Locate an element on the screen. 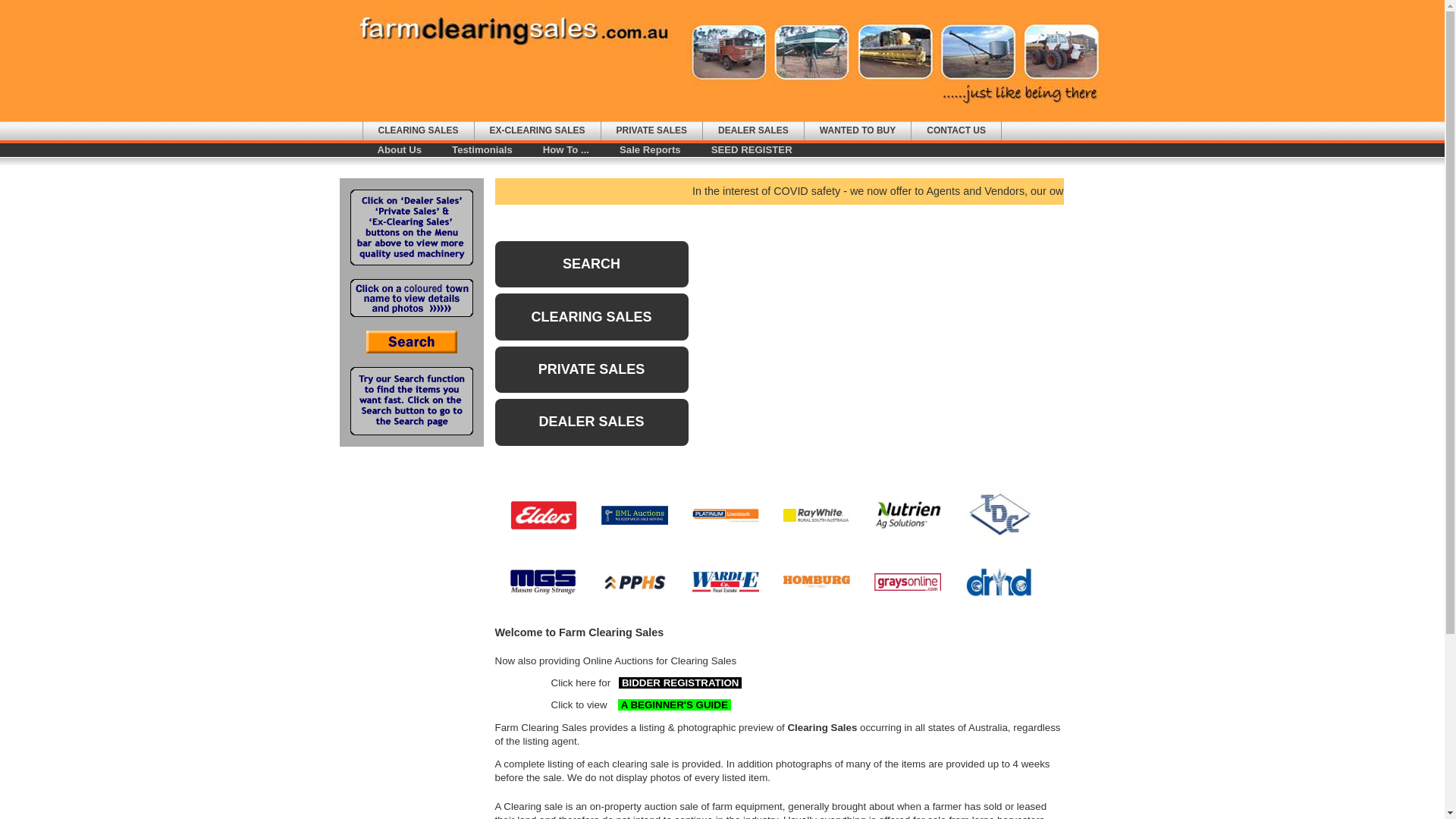  'About Us' is located at coordinates (400, 149).